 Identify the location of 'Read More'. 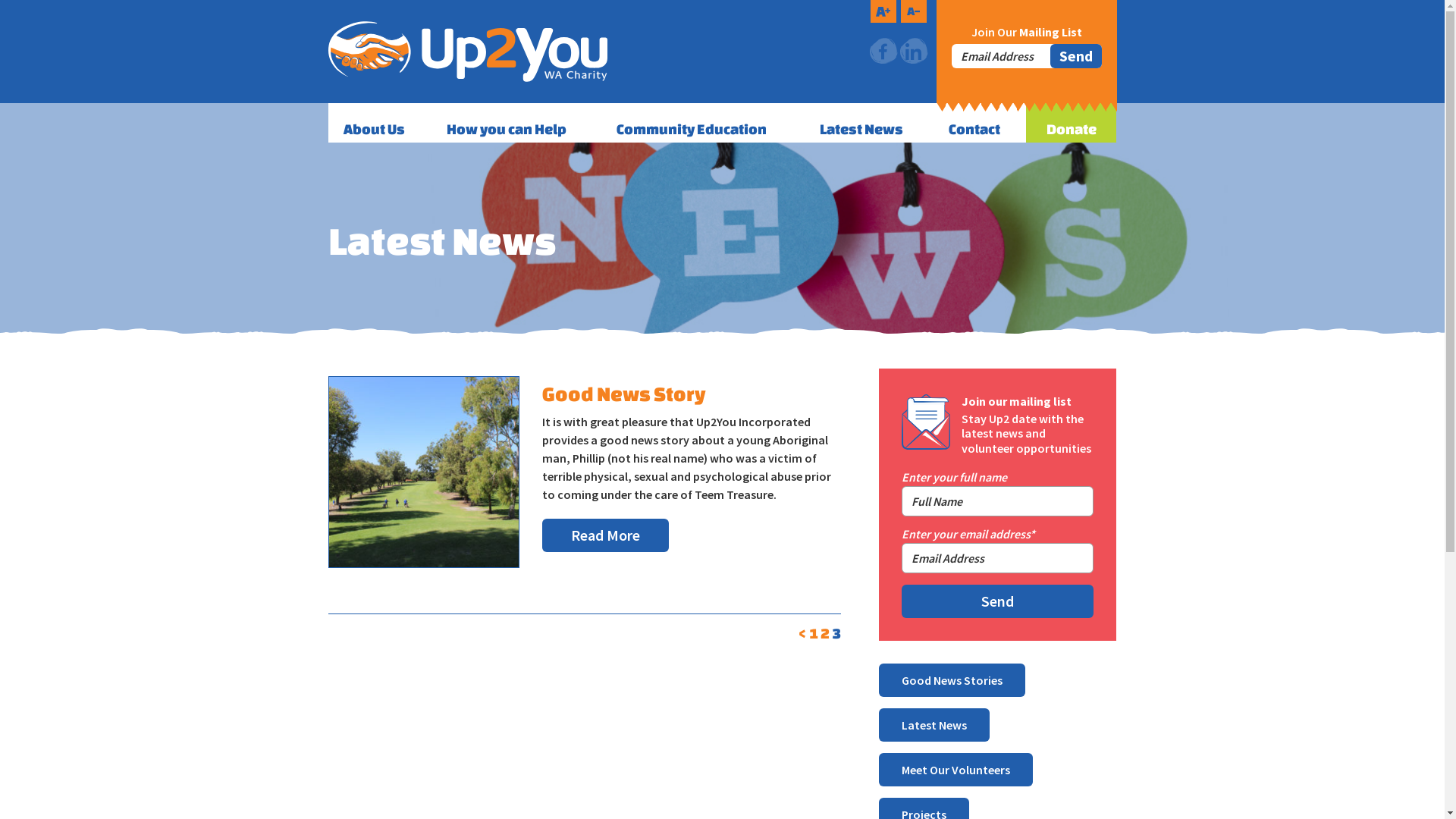
(604, 534).